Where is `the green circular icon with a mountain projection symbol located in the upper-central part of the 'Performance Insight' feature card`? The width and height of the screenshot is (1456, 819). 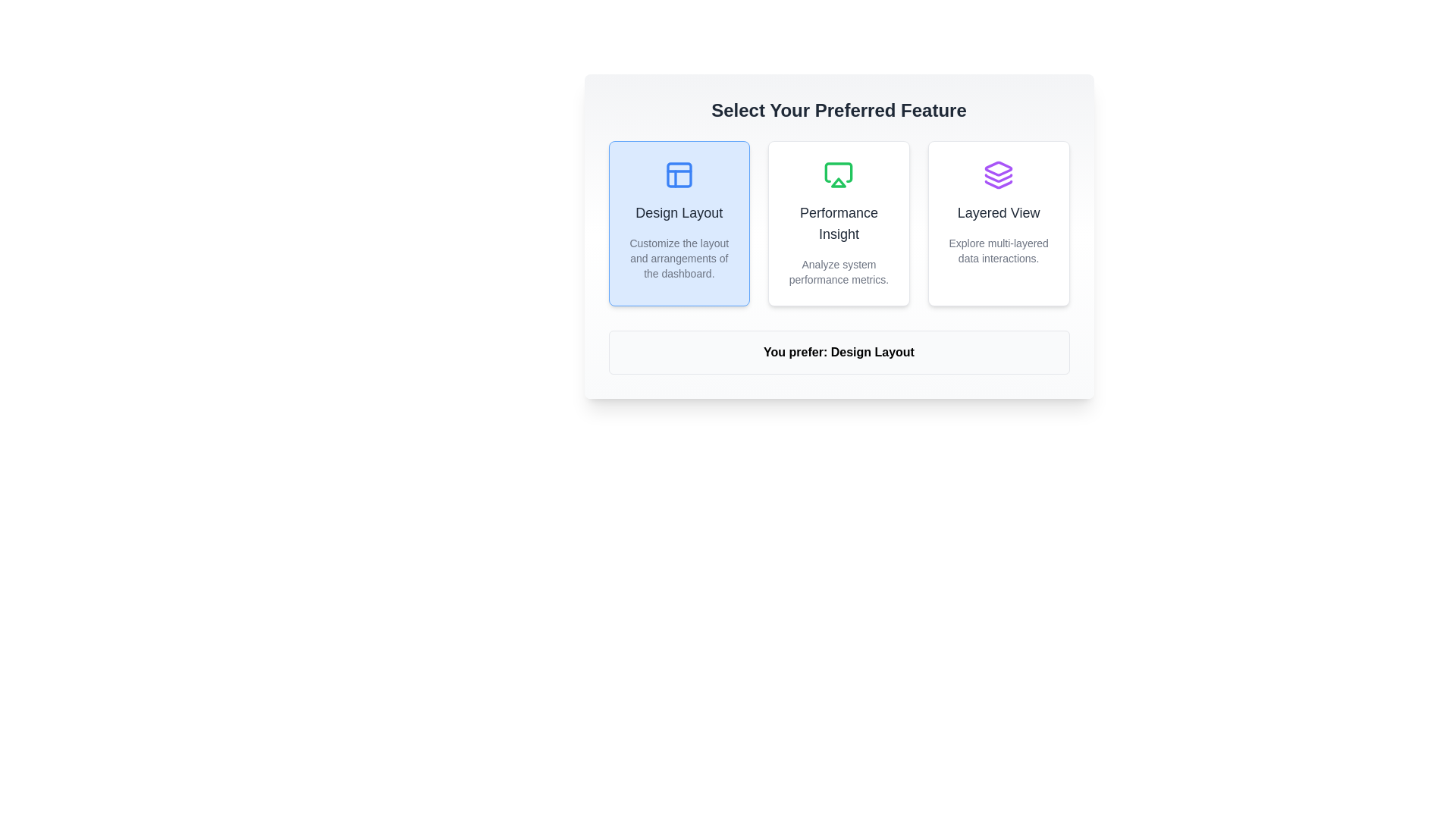 the green circular icon with a mountain projection symbol located in the upper-central part of the 'Performance Insight' feature card is located at coordinates (838, 174).